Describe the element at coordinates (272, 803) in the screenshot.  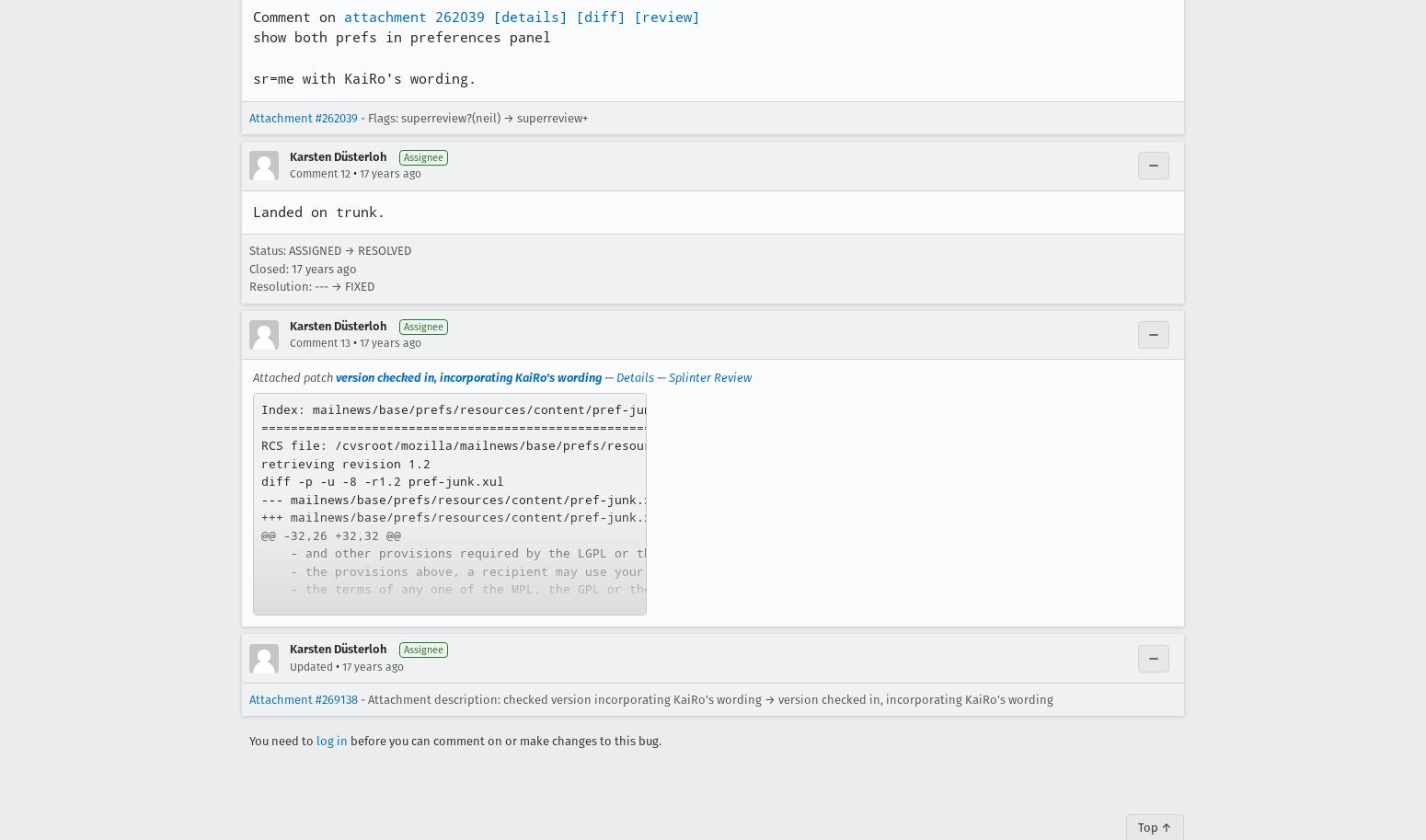
I see `'+]>'` at that location.